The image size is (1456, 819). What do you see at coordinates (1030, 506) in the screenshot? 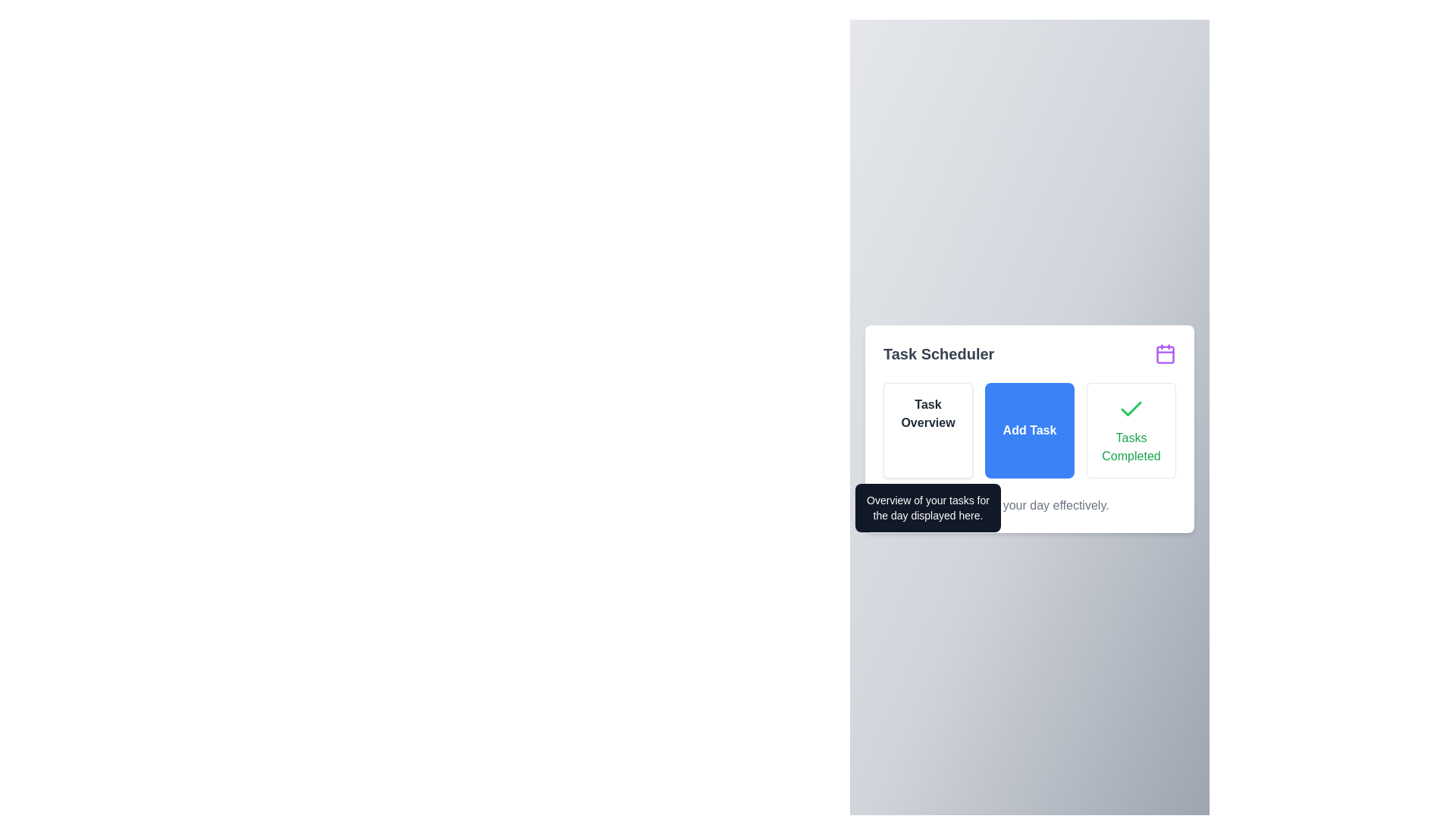
I see `the text element that says 'Organize your day effectively.' which is styled in gray and located at the bottom of the 'Task Scheduler' card` at bounding box center [1030, 506].